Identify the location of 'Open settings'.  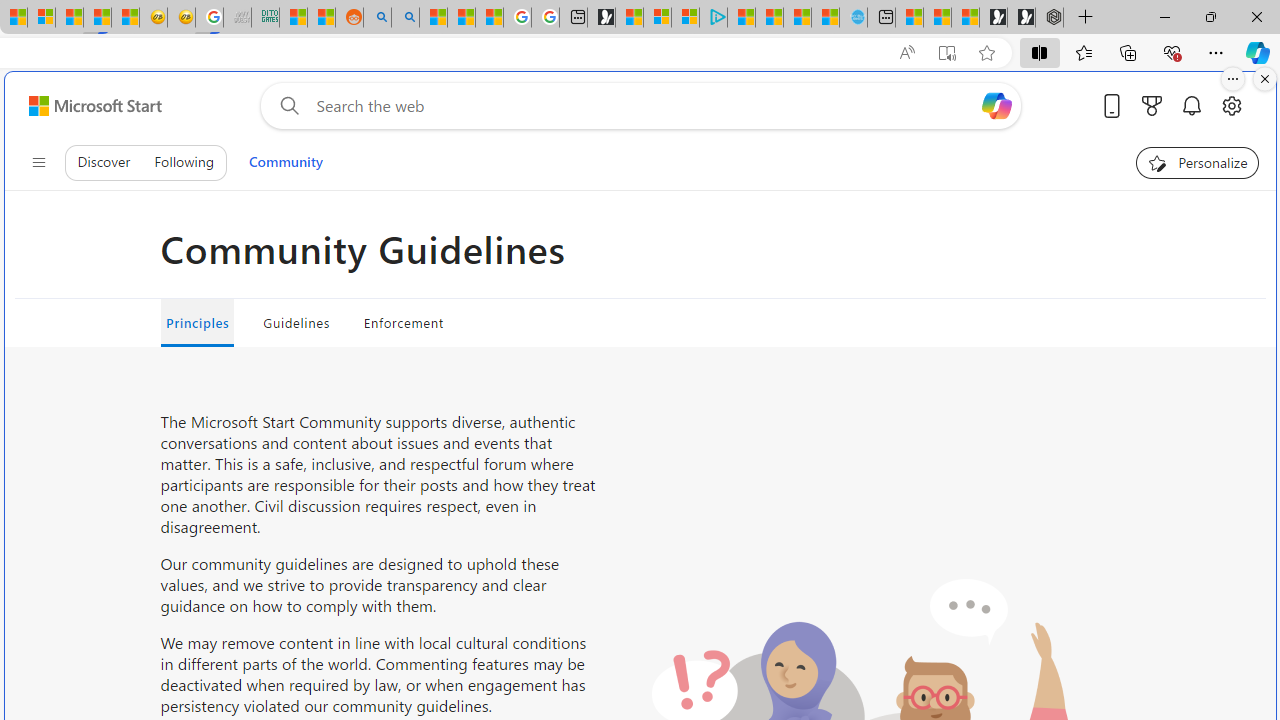
(1231, 105).